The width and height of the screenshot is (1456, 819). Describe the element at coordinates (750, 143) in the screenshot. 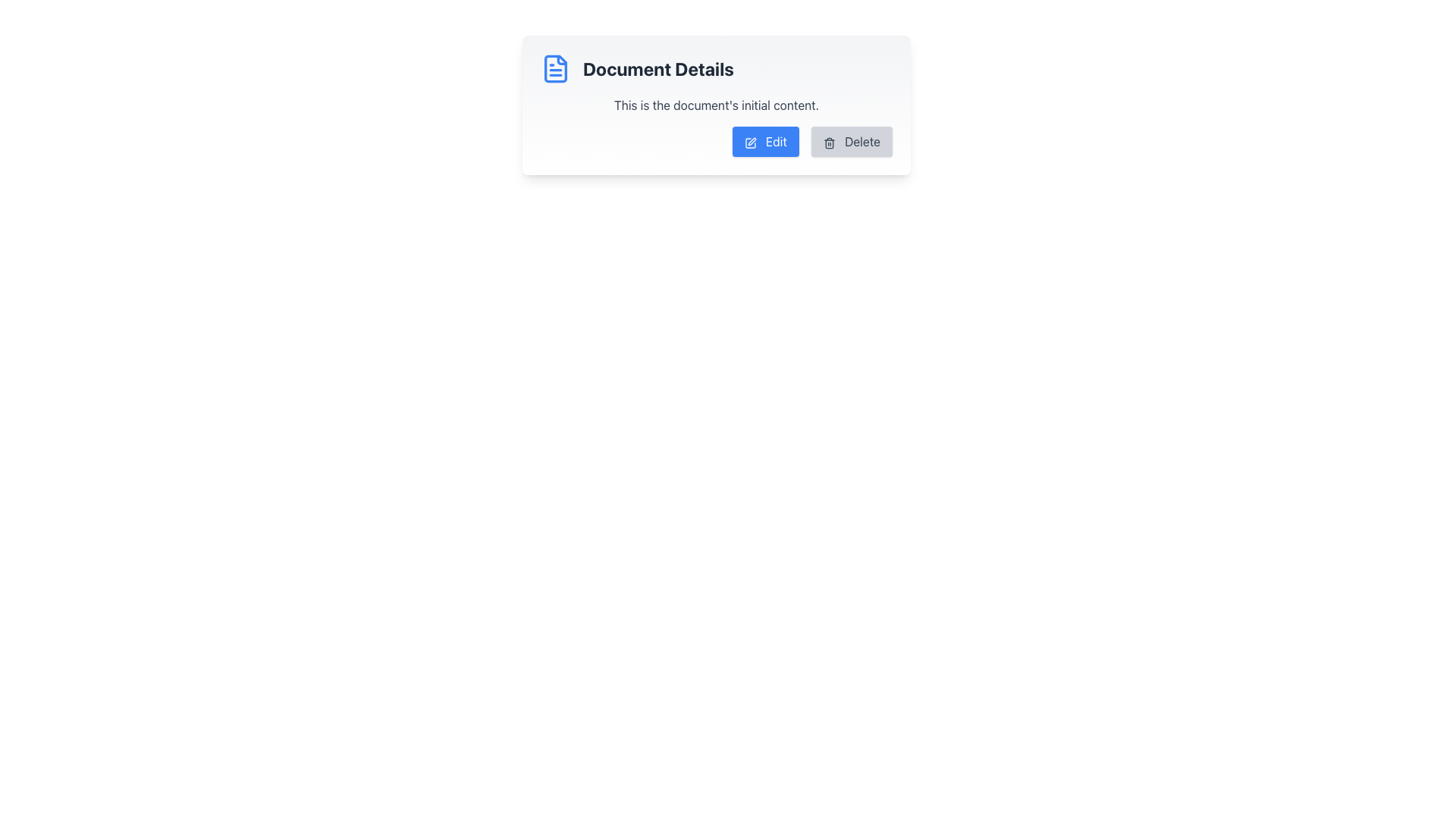

I see `the small square-shaped icon with a pen symbol, which is styled with a blue background and white outline, located within the 'Edit' button` at that location.